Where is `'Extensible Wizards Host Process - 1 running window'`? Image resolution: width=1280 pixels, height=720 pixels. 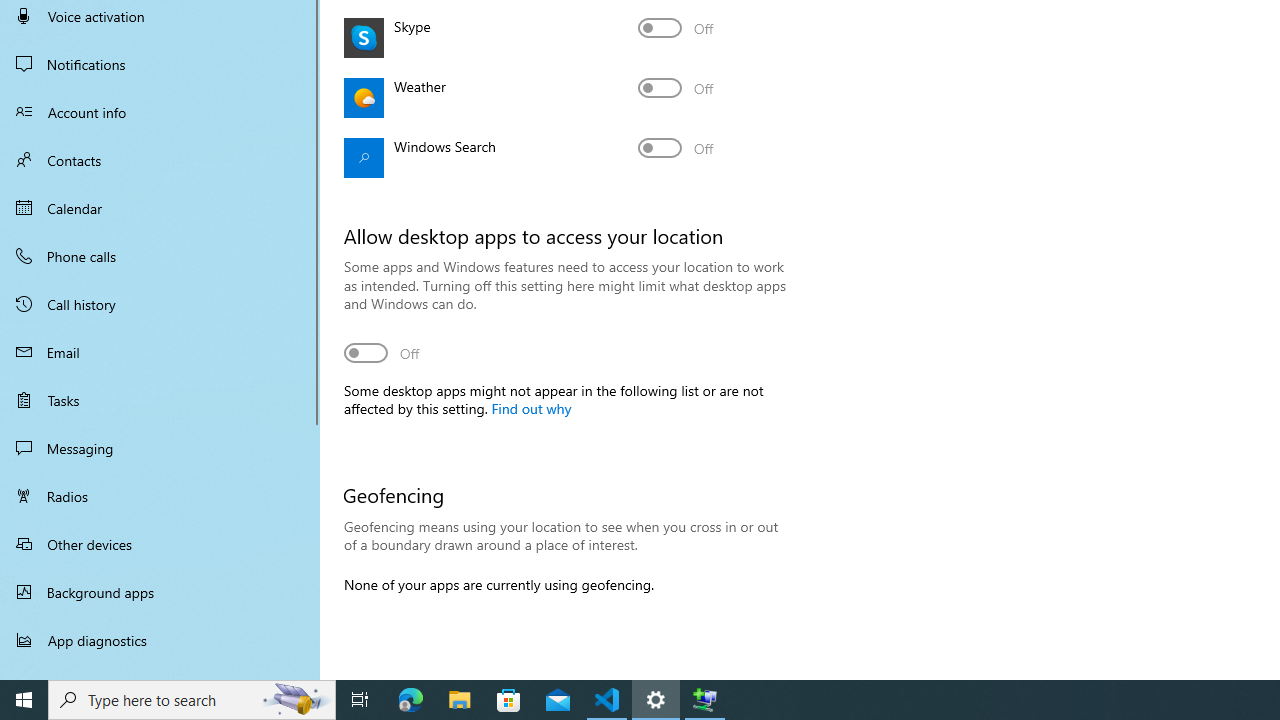 'Extensible Wizards Host Process - 1 running window' is located at coordinates (705, 698).